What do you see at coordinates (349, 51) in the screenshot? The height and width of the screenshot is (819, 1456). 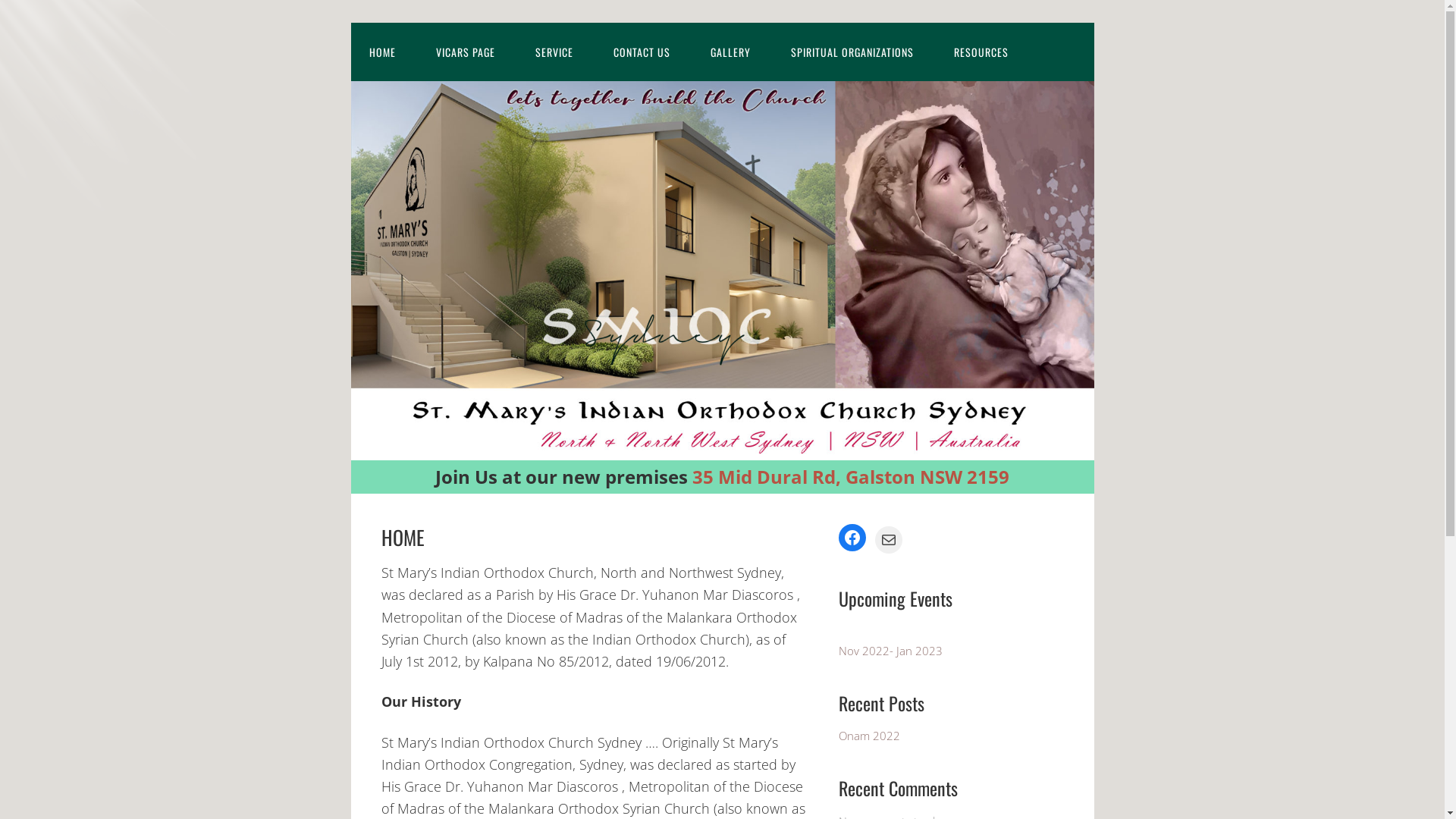 I see `'HOME'` at bounding box center [349, 51].